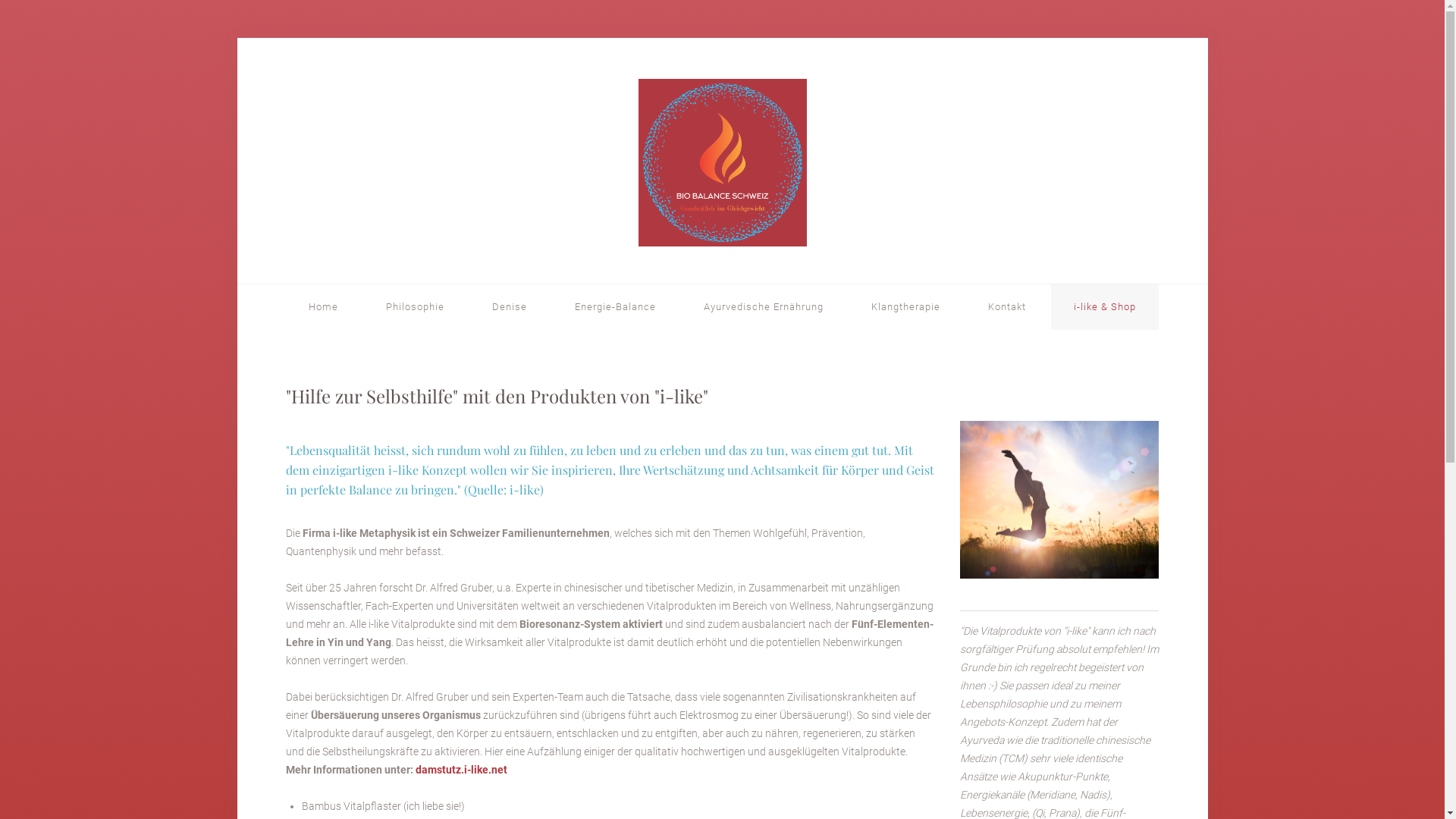  What do you see at coordinates (415, 769) in the screenshot?
I see `'damstutz.i-like.net'` at bounding box center [415, 769].